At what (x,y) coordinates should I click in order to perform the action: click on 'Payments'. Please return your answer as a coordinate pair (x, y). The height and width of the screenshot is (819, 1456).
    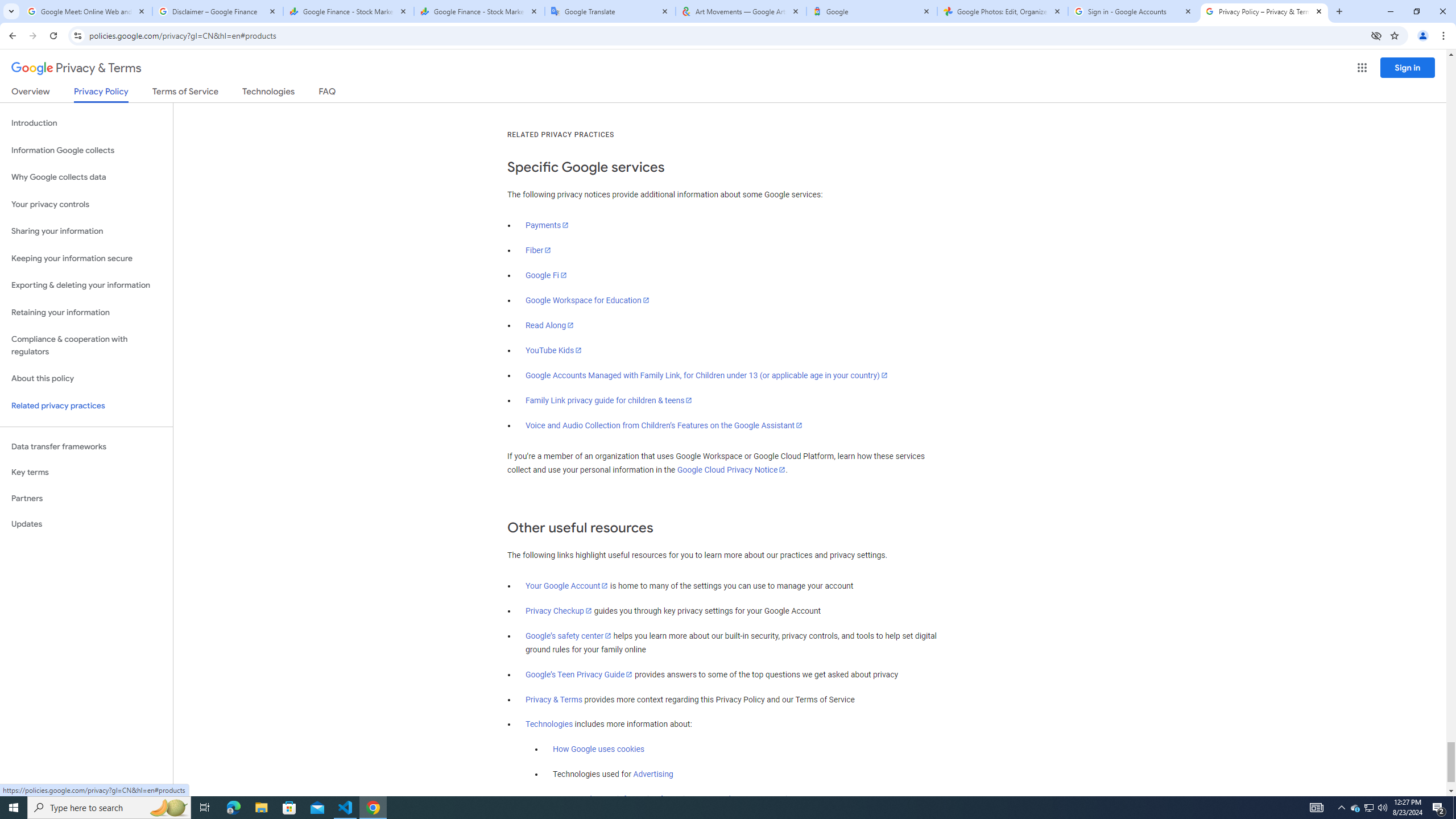
    Looking at the image, I should click on (547, 225).